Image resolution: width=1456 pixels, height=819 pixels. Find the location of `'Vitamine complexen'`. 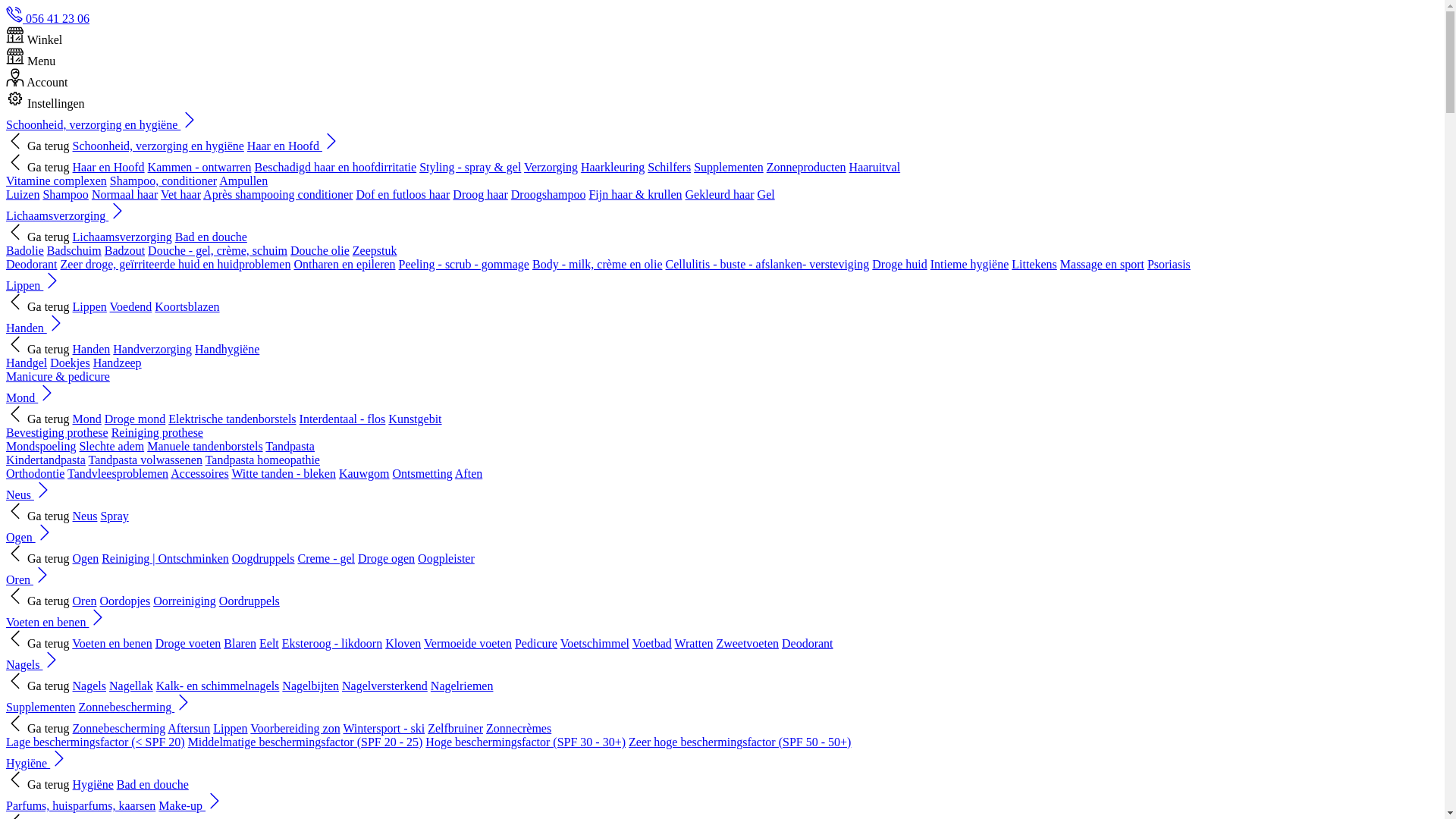

'Vitamine complexen' is located at coordinates (6, 180).